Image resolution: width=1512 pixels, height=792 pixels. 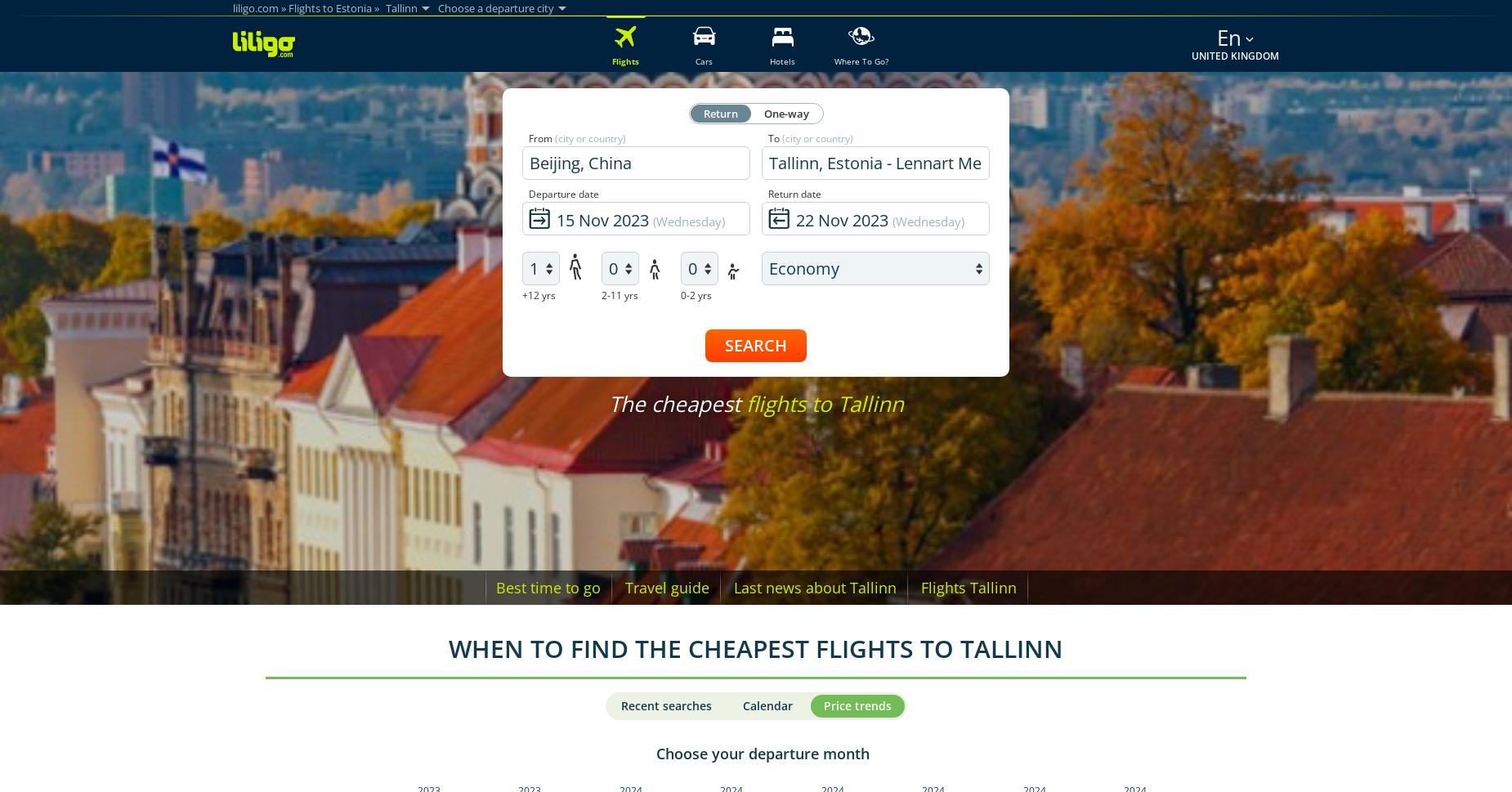 What do you see at coordinates (704, 60) in the screenshot?
I see `'Cars'` at bounding box center [704, 60].